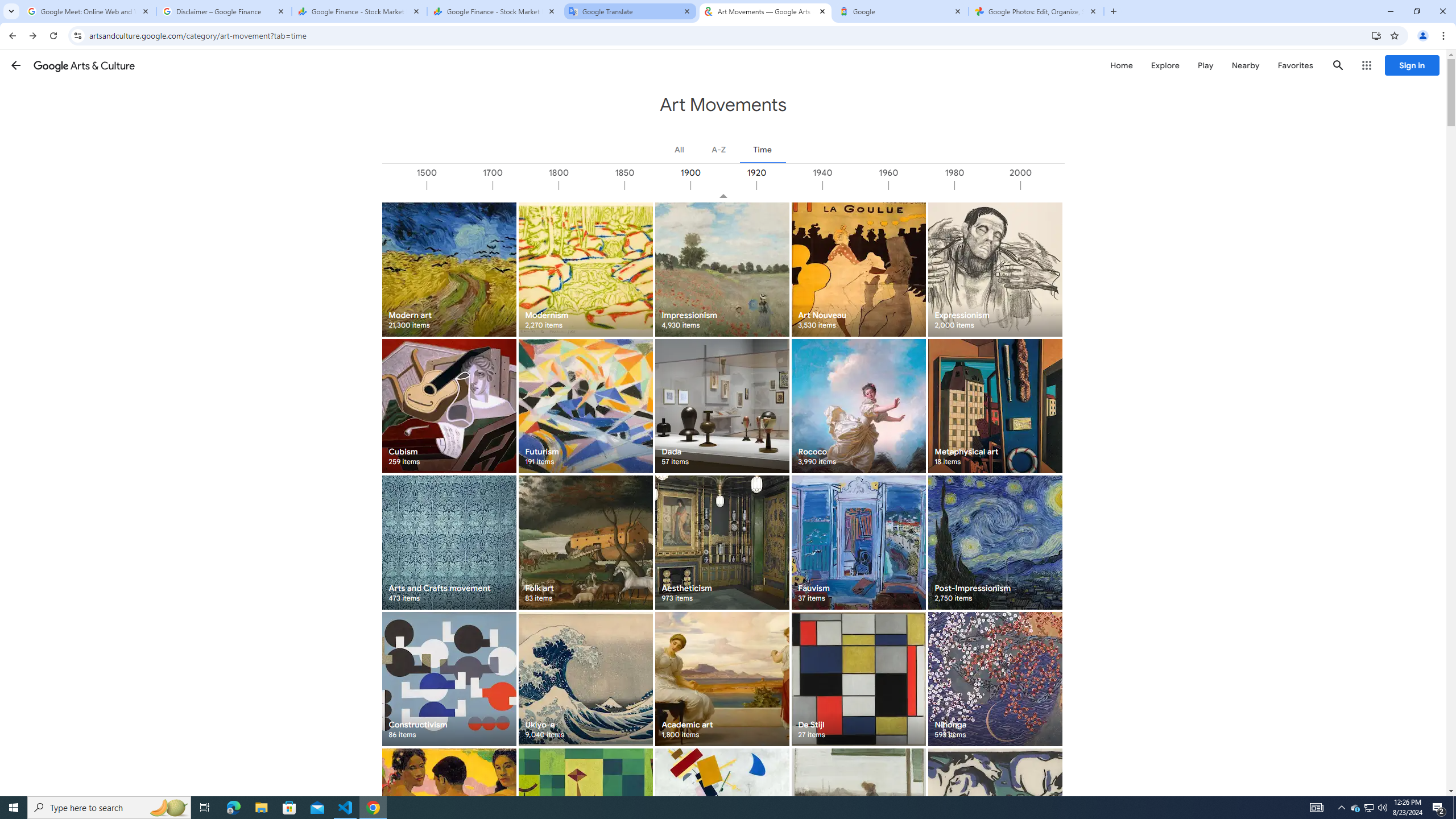  What do you see at coordinates (1376, 35) in the screenshot?
I see `'Install Google Arts & Culture'` at bounding box center [1376, 35].